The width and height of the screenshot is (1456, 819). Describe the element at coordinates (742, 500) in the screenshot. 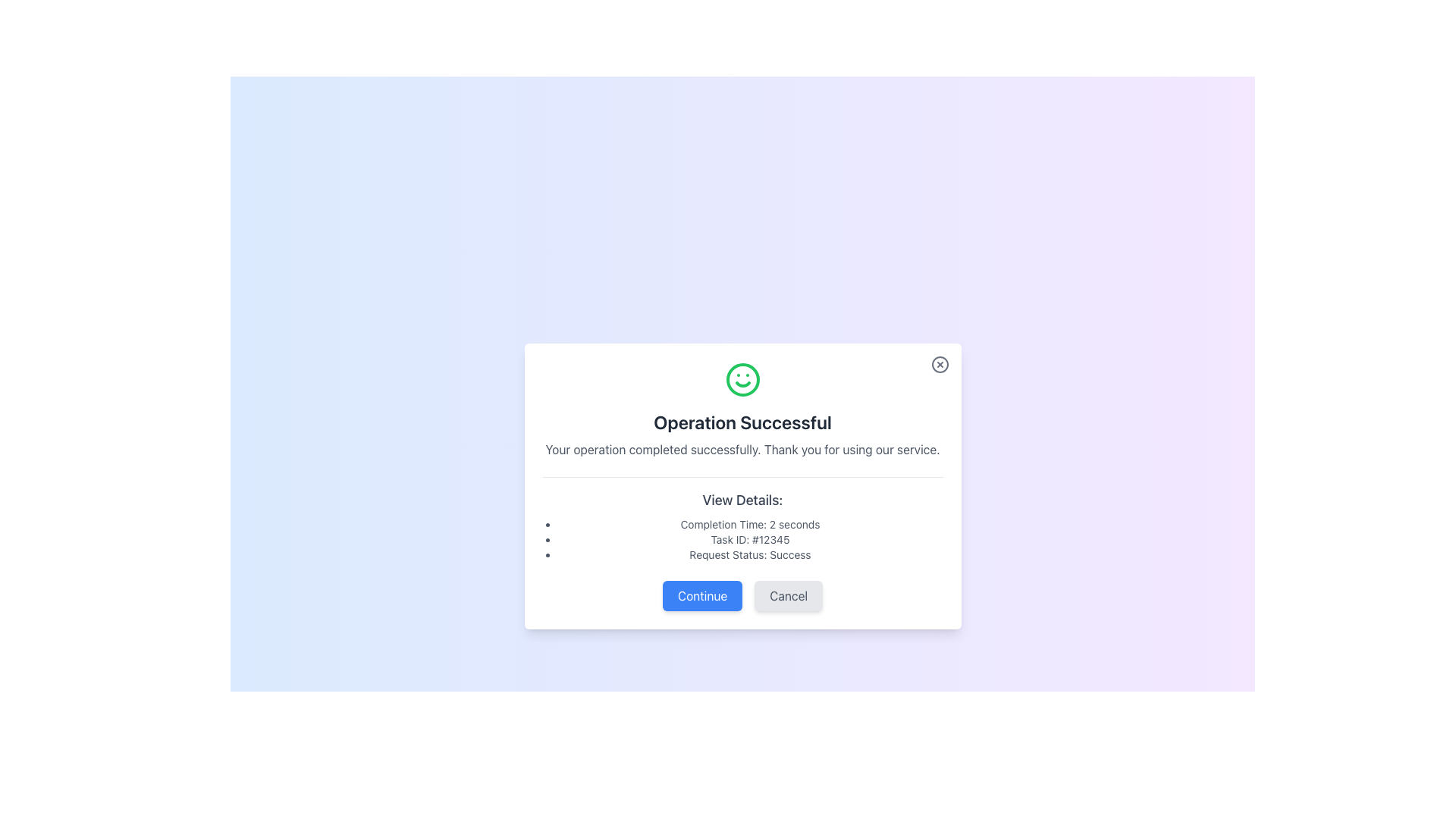

I see `the text label positioned at the center of the dialog box, which serves as a heading above the bulleted list` at that location.